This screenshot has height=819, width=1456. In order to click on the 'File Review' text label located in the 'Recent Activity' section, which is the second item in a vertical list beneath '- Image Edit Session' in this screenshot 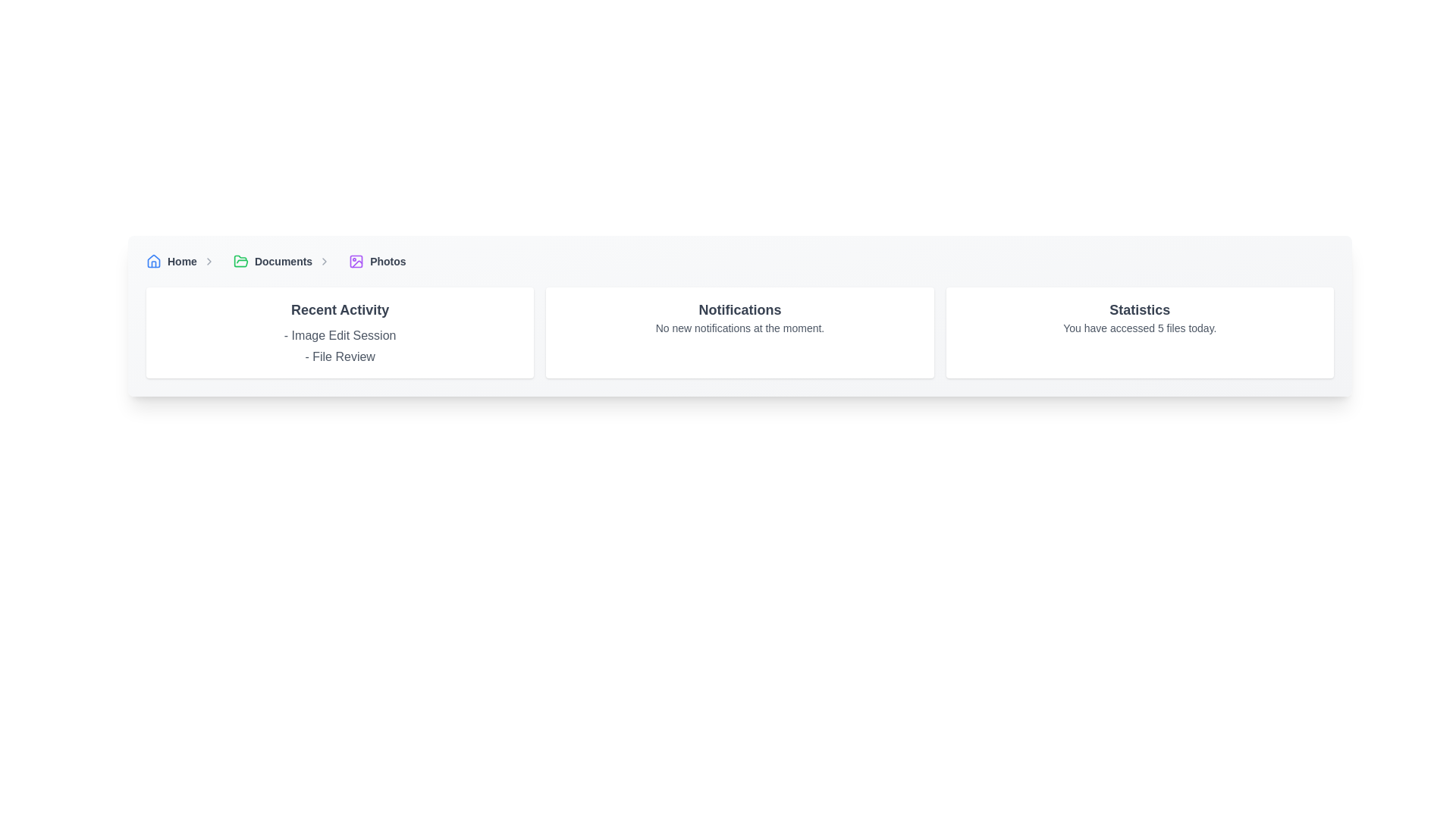, I will do `click(339, 356)`.